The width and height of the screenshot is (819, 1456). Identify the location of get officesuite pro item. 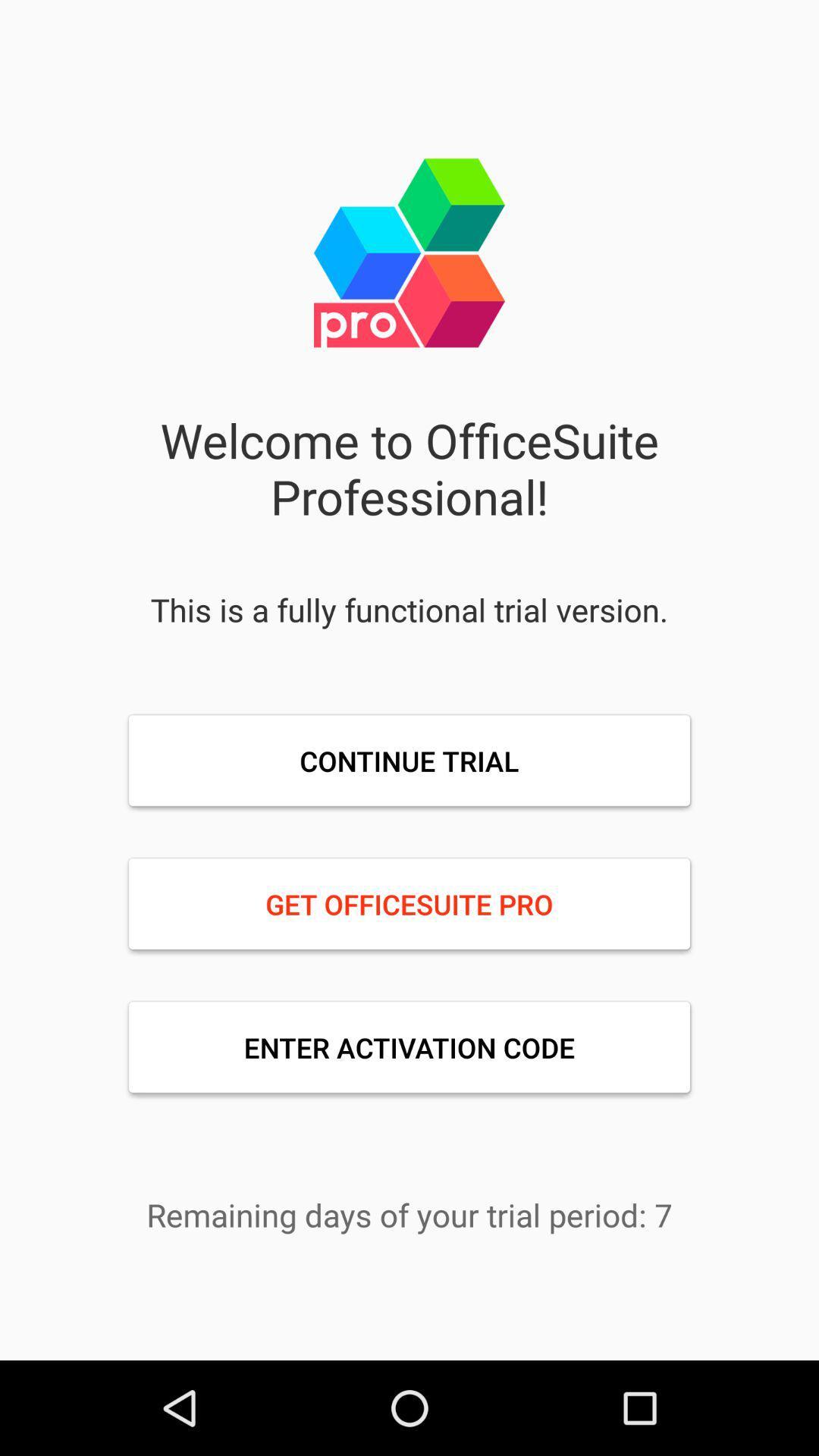
(409, 904).